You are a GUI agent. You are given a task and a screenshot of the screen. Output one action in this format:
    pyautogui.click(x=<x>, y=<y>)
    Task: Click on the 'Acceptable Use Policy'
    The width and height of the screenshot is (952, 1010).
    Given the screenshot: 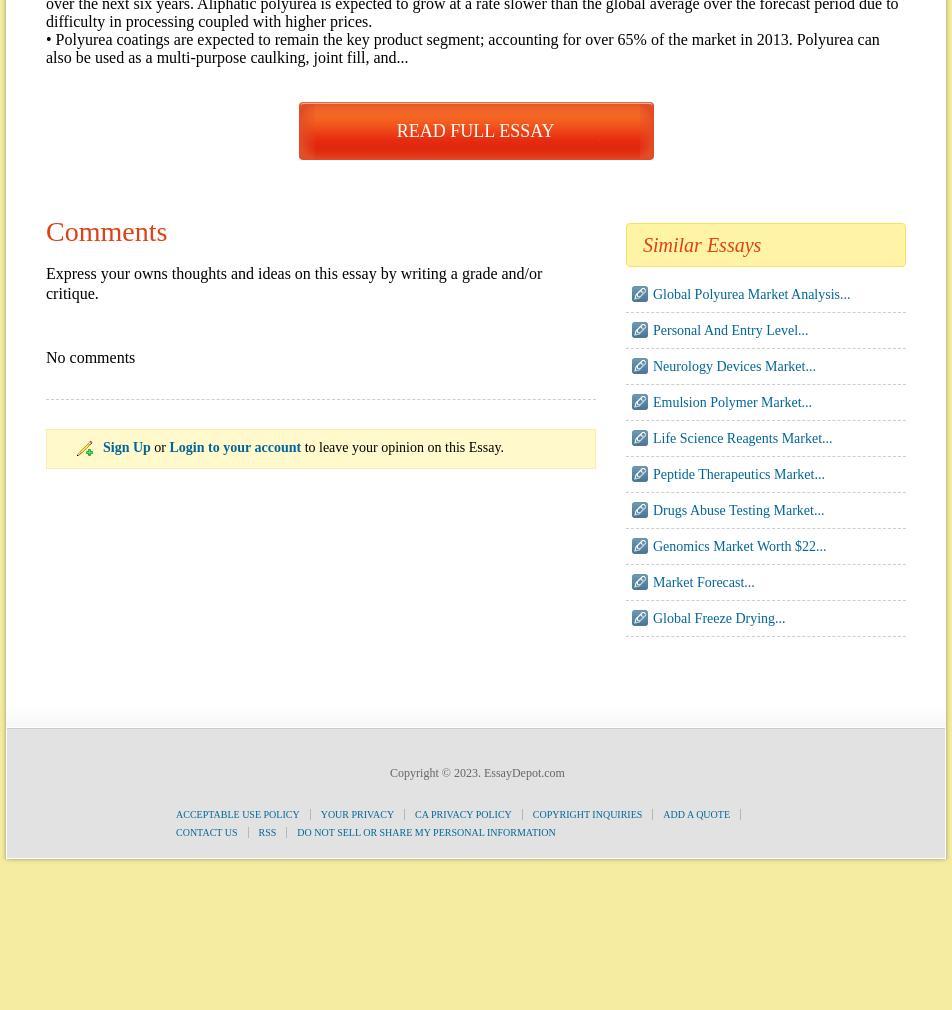 What is the action you would take?
    pyautogui.click(x=237, y=814)
    